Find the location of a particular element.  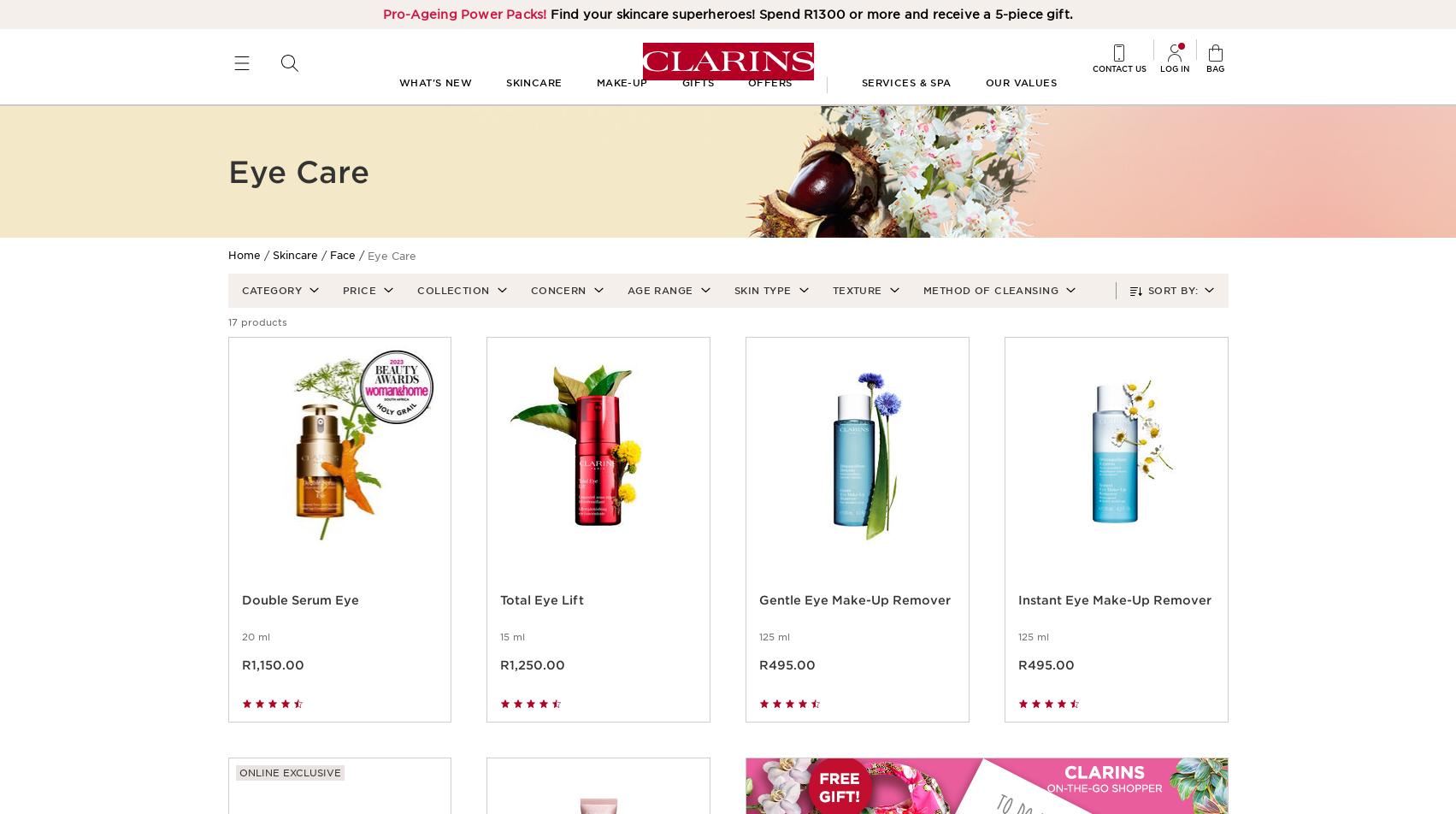

'Collection' is located at coordinates (451, 310).